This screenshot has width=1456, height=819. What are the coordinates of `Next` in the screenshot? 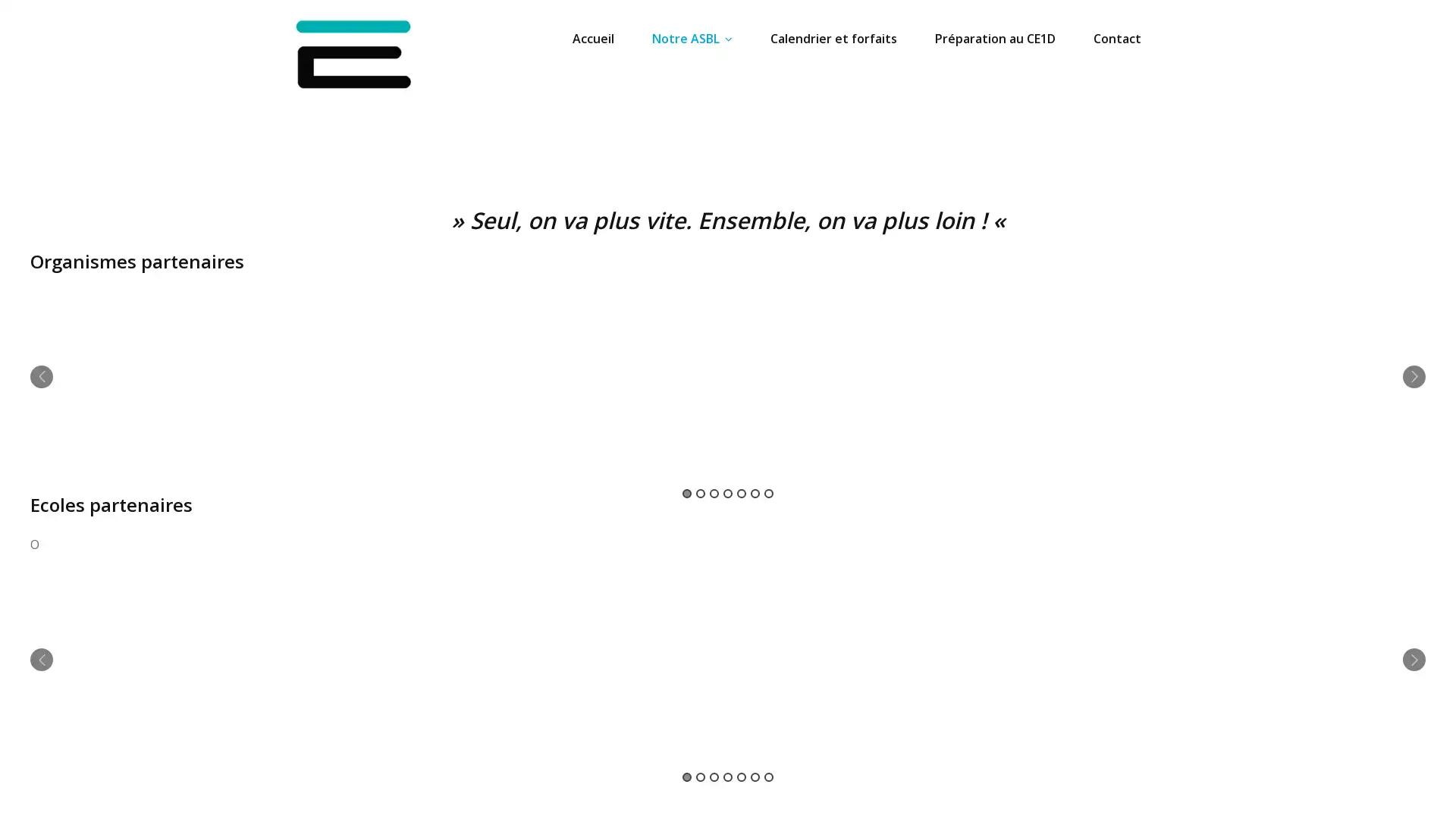 It's located at (1414, 375).